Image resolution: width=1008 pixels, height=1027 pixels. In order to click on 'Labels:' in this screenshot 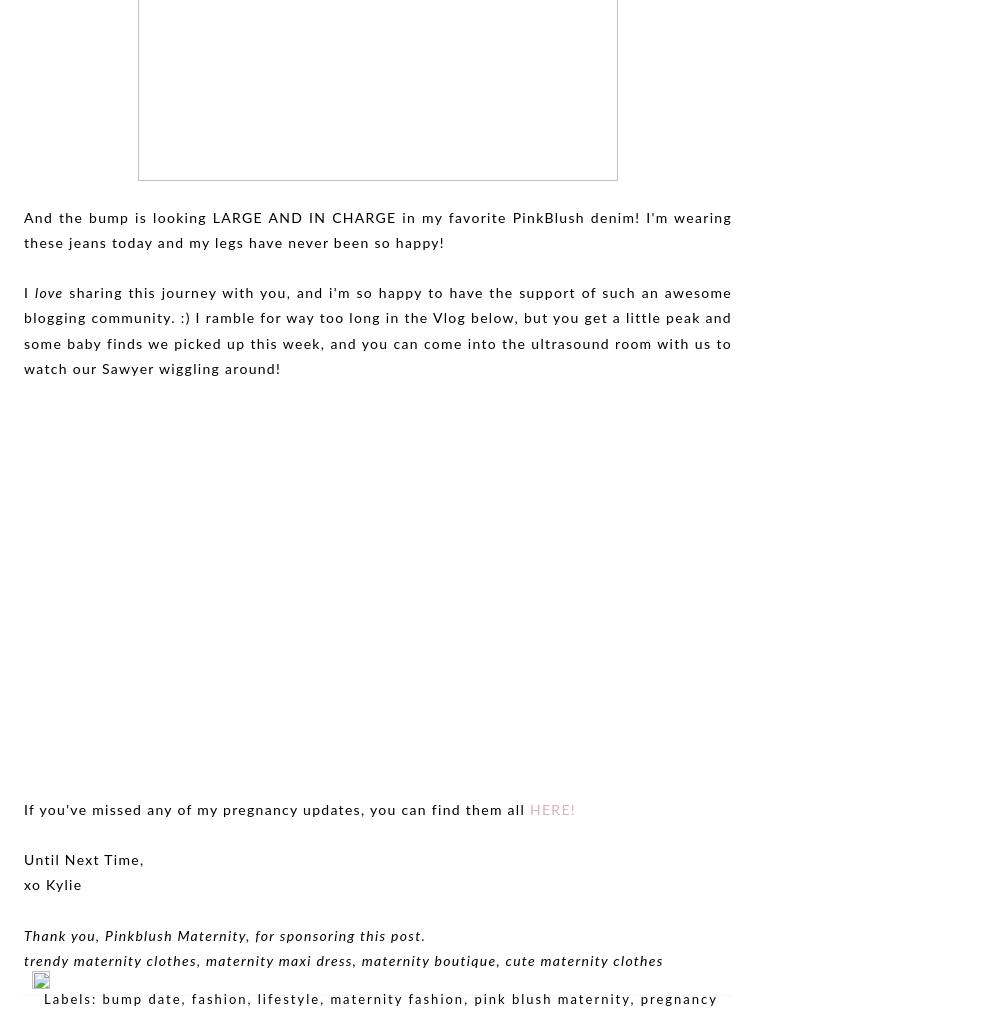, I will do `click(72, 999)`.